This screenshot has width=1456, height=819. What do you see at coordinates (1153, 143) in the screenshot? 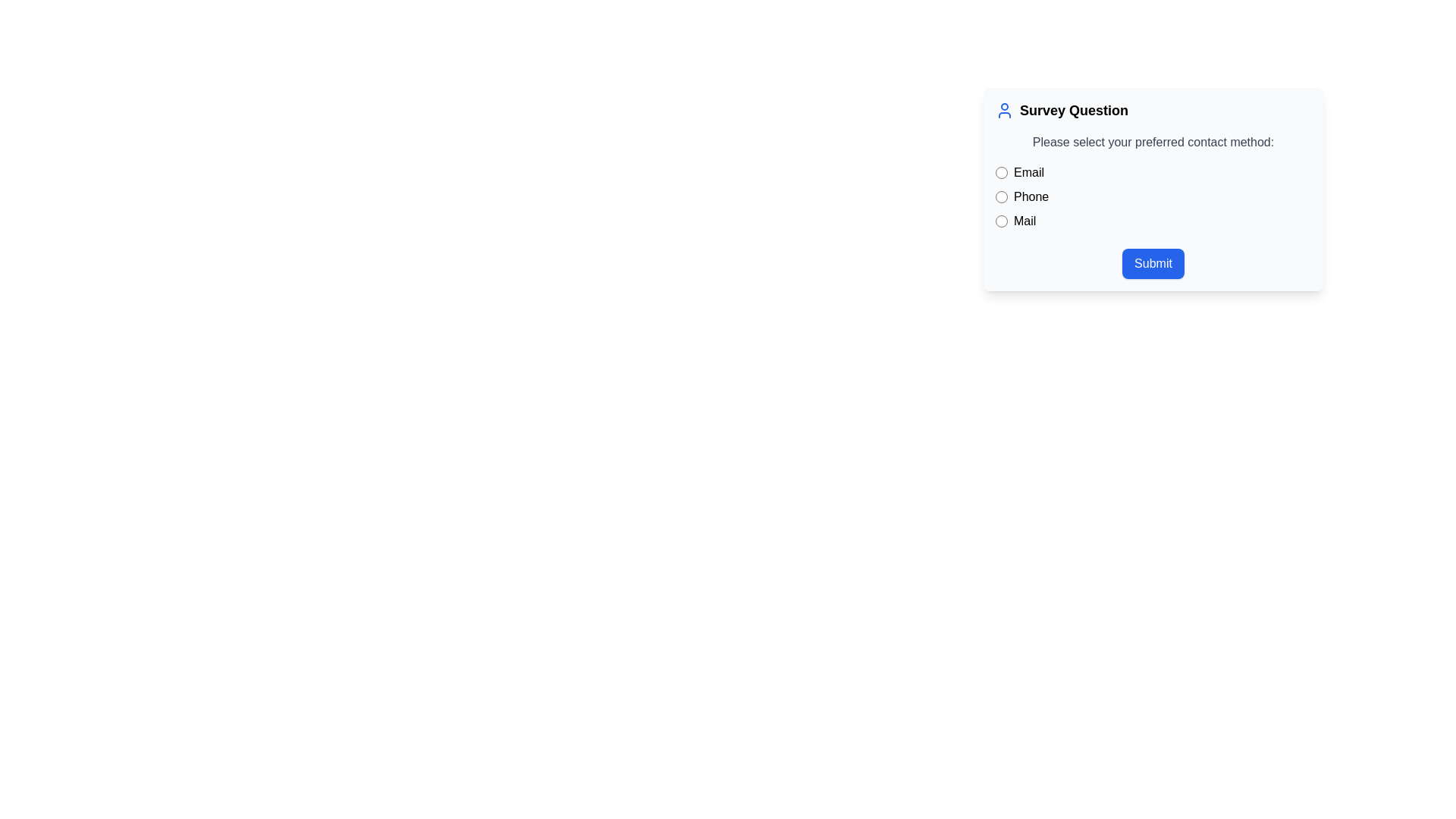
I see `the guidance text label prompting the user to select their preferred contact method, which is located below the title 'Survey Question' and above the radio buttons for 'Email', 'Phone', and 'Mail'` at bounding box center [1153, 143].